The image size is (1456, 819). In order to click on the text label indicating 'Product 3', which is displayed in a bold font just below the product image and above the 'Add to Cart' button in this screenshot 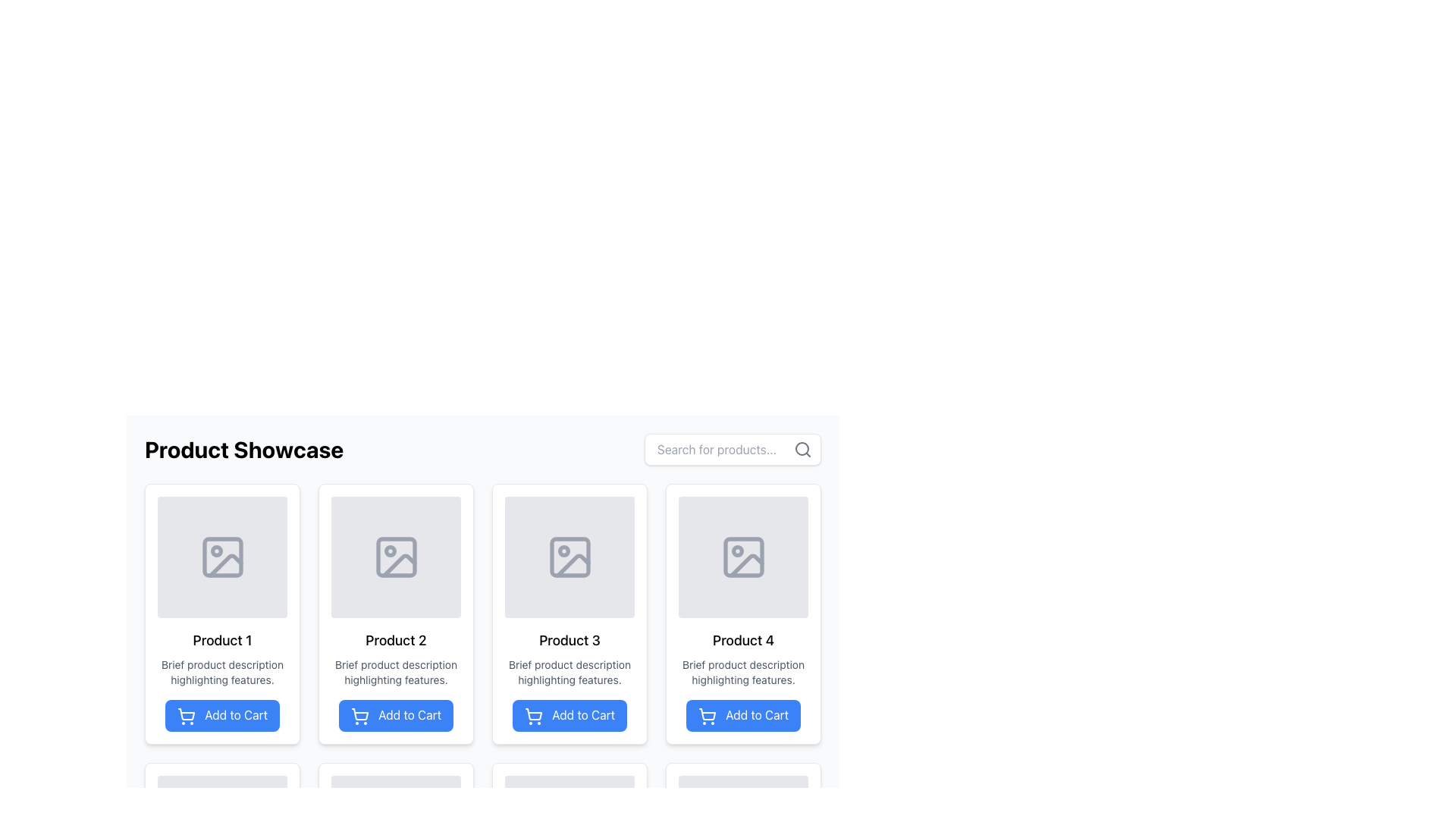, I will do `click(569, 640)`.